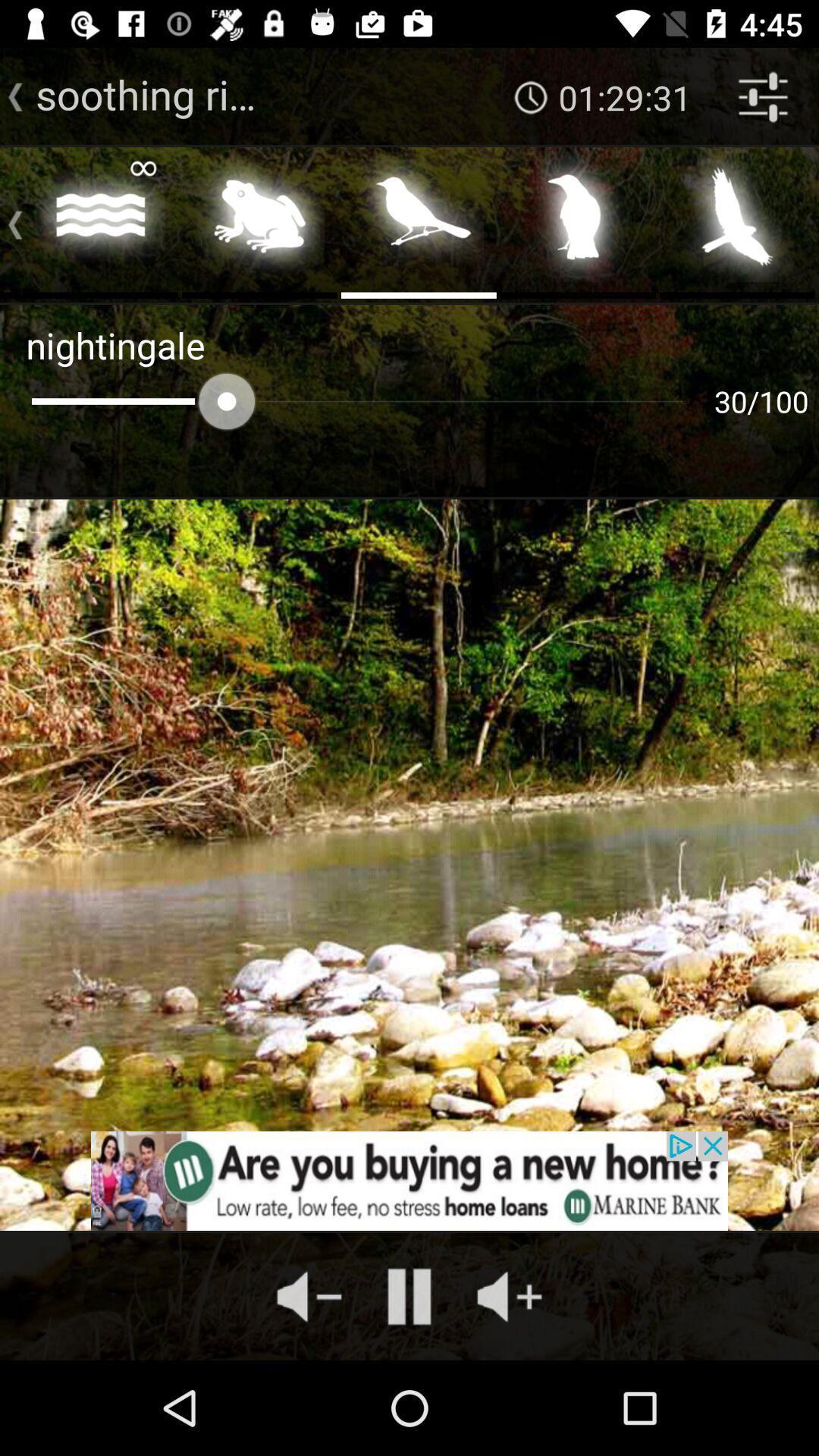  What do you see at coordinates (409, 1180) in the screenshot?
I see `launch advertisement` at bounding box center [409, 1180].